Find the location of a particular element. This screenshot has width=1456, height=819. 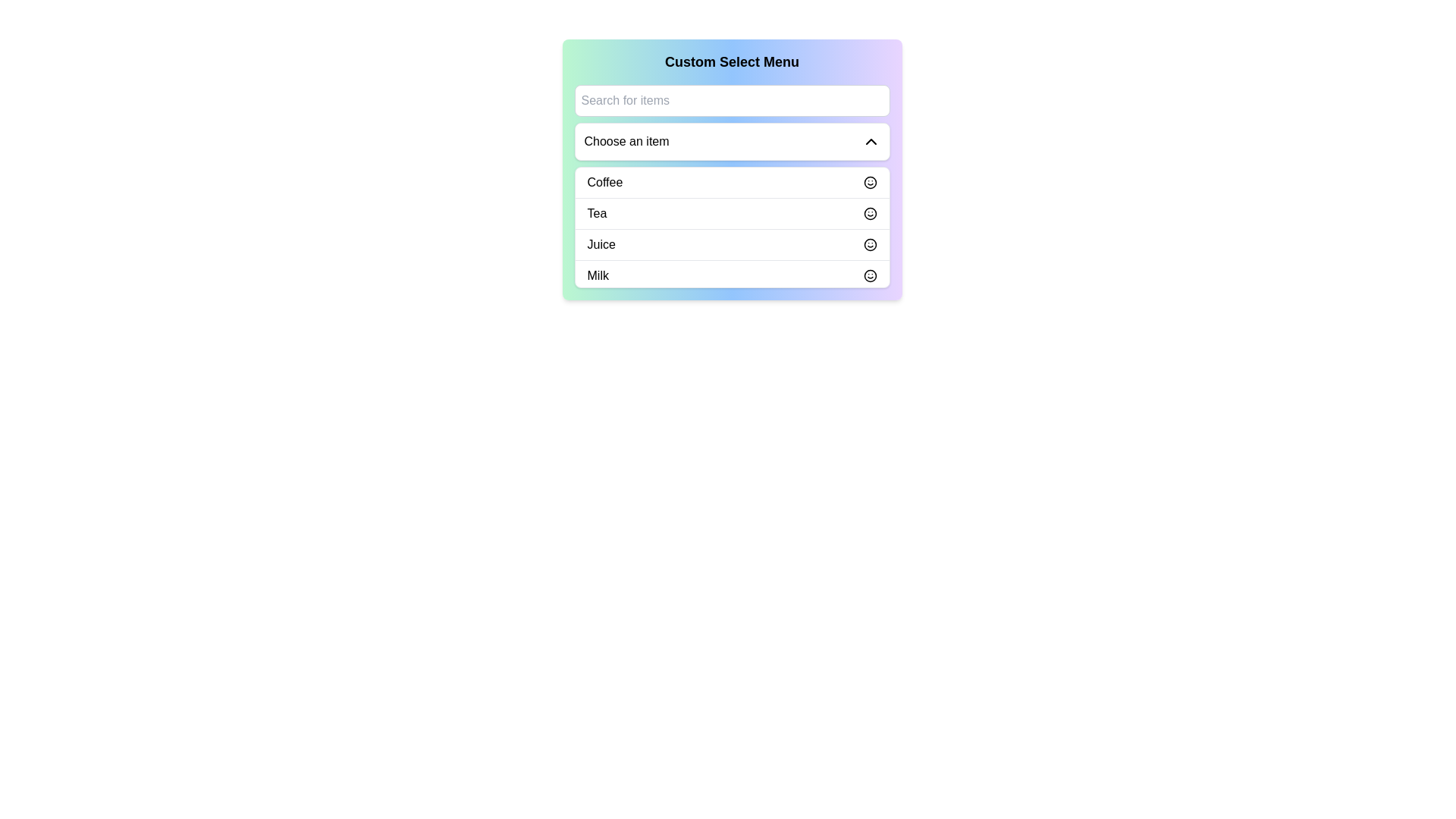

the decorative status indicator icon located at the far-right side of the list item labeled 'Milk' within the dropdown menu is located at coordinates (870, 275).